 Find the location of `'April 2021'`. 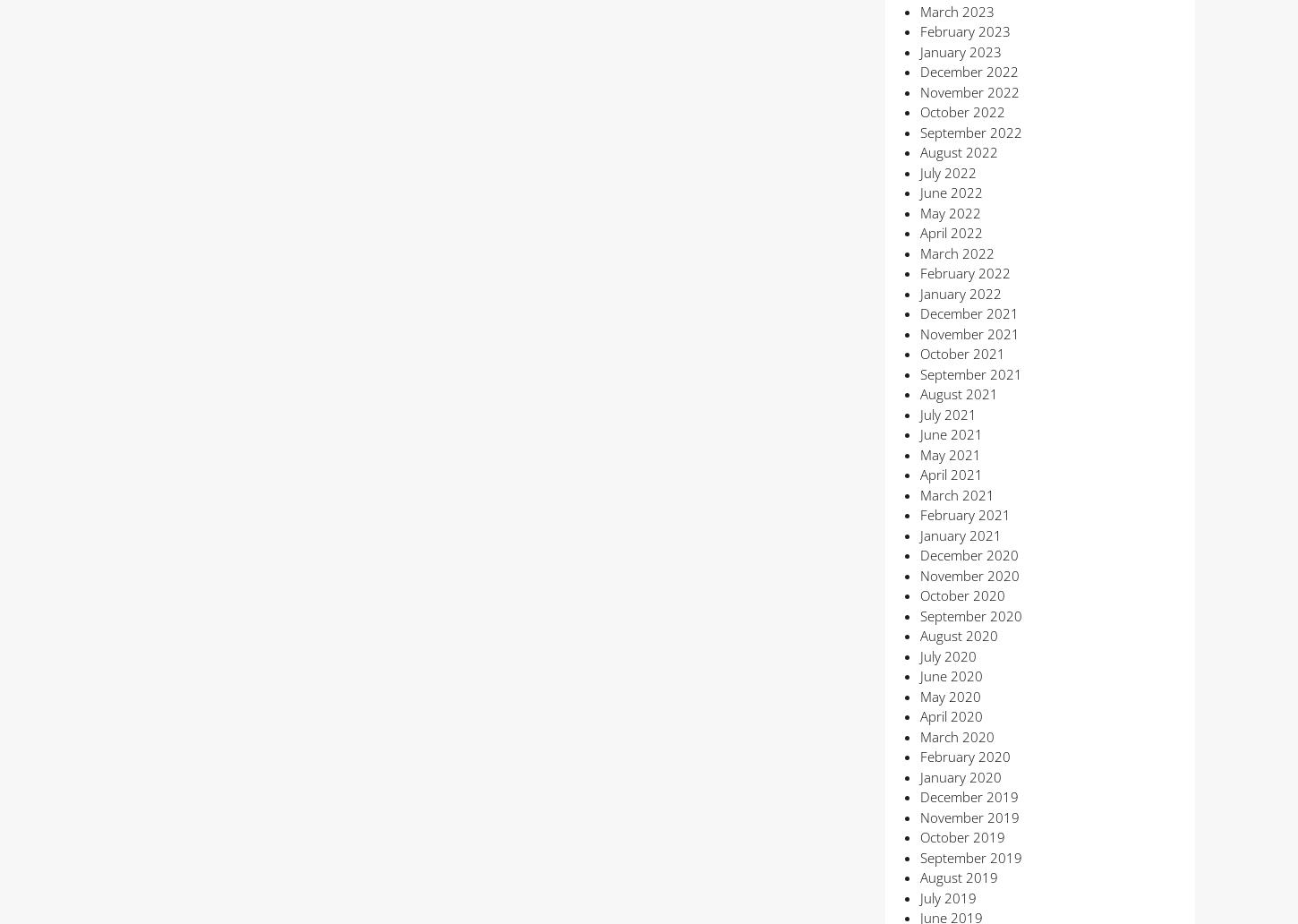

'April 2021' is located at coordinates (950, 475).